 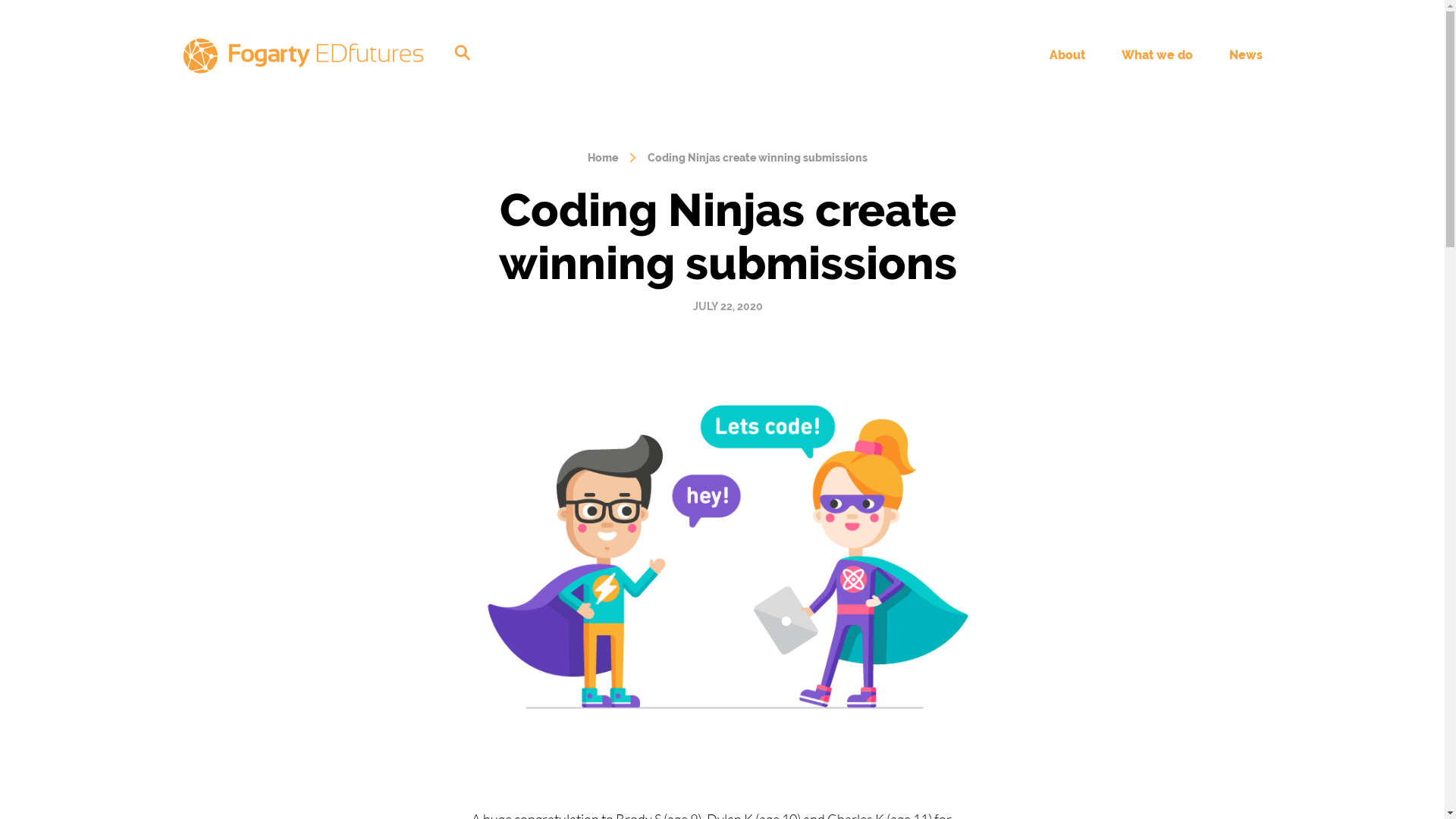 What do you see at coordinates (1156, 54) in the screenshot?
I see `'What we do'` at bounding box center [1156, 54].